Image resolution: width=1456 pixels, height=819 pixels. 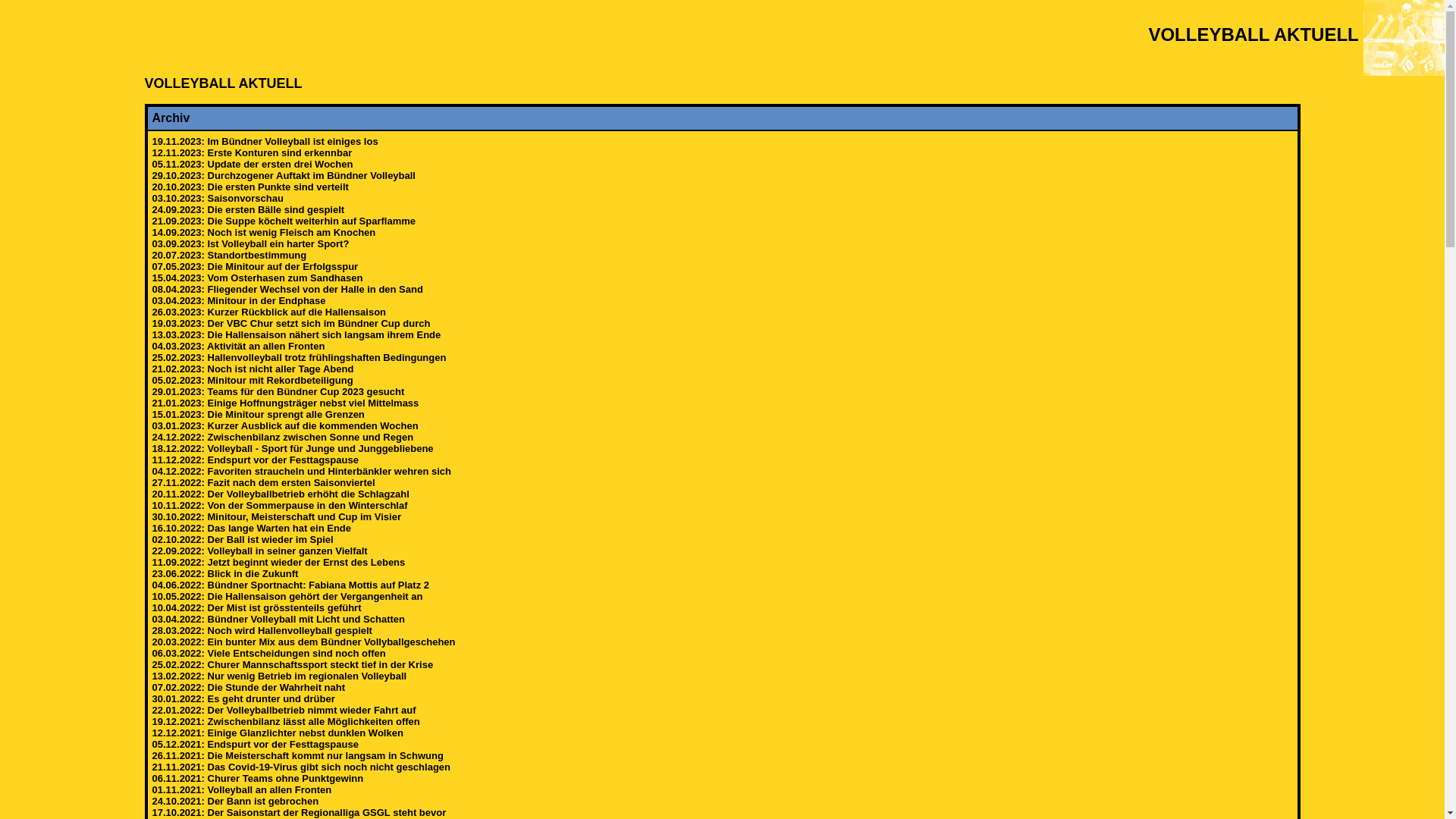 I want to click on '26.11.2021: Die Meisterschaft kommt nur langsam in Schwung', so click(x=297, y=755).